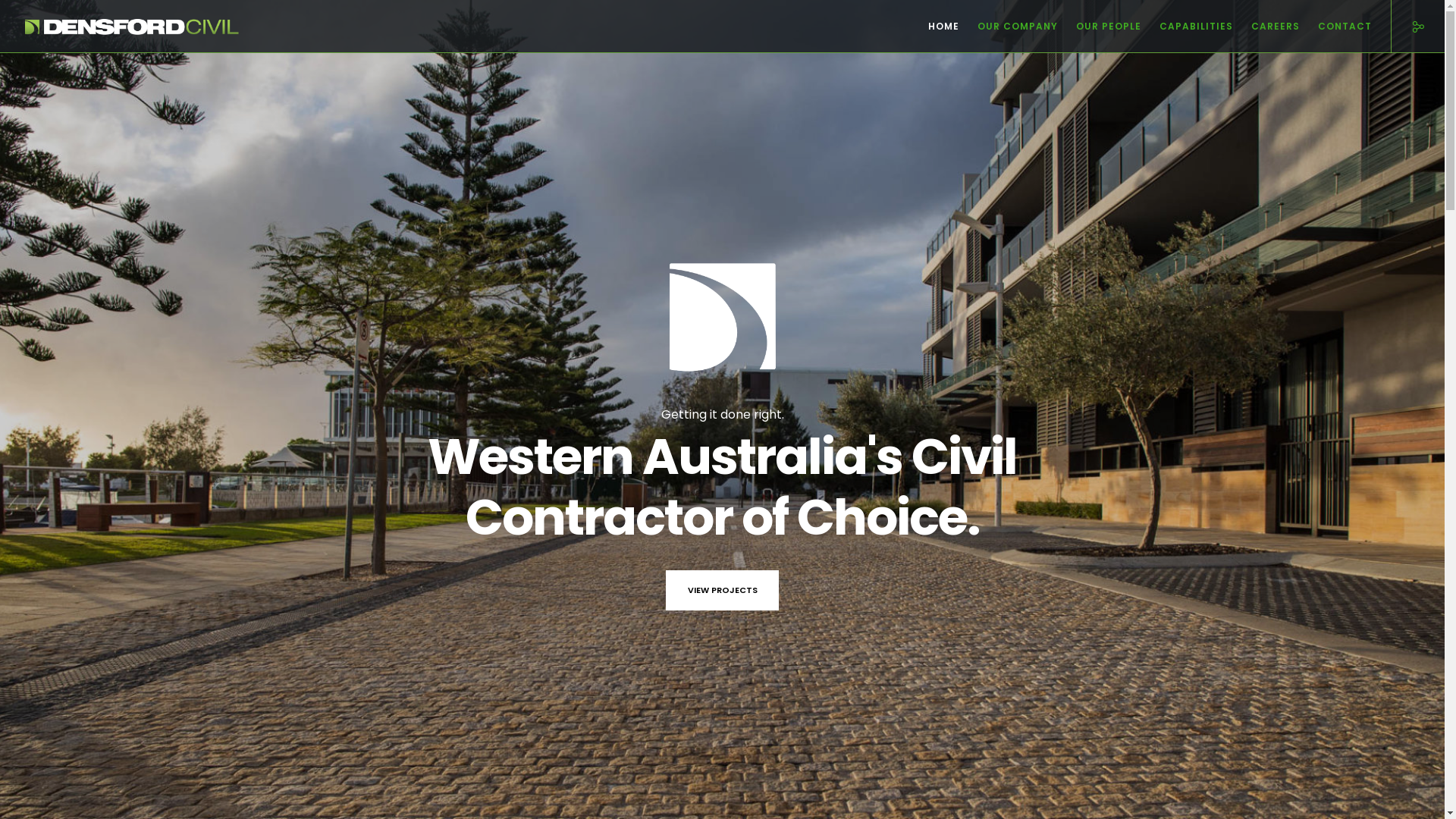 The width and height of the screenshot is (1456, 819). Describe the element at coordinates (1335, 26) in the screenshot. I see `'CONTACT'` at that location.